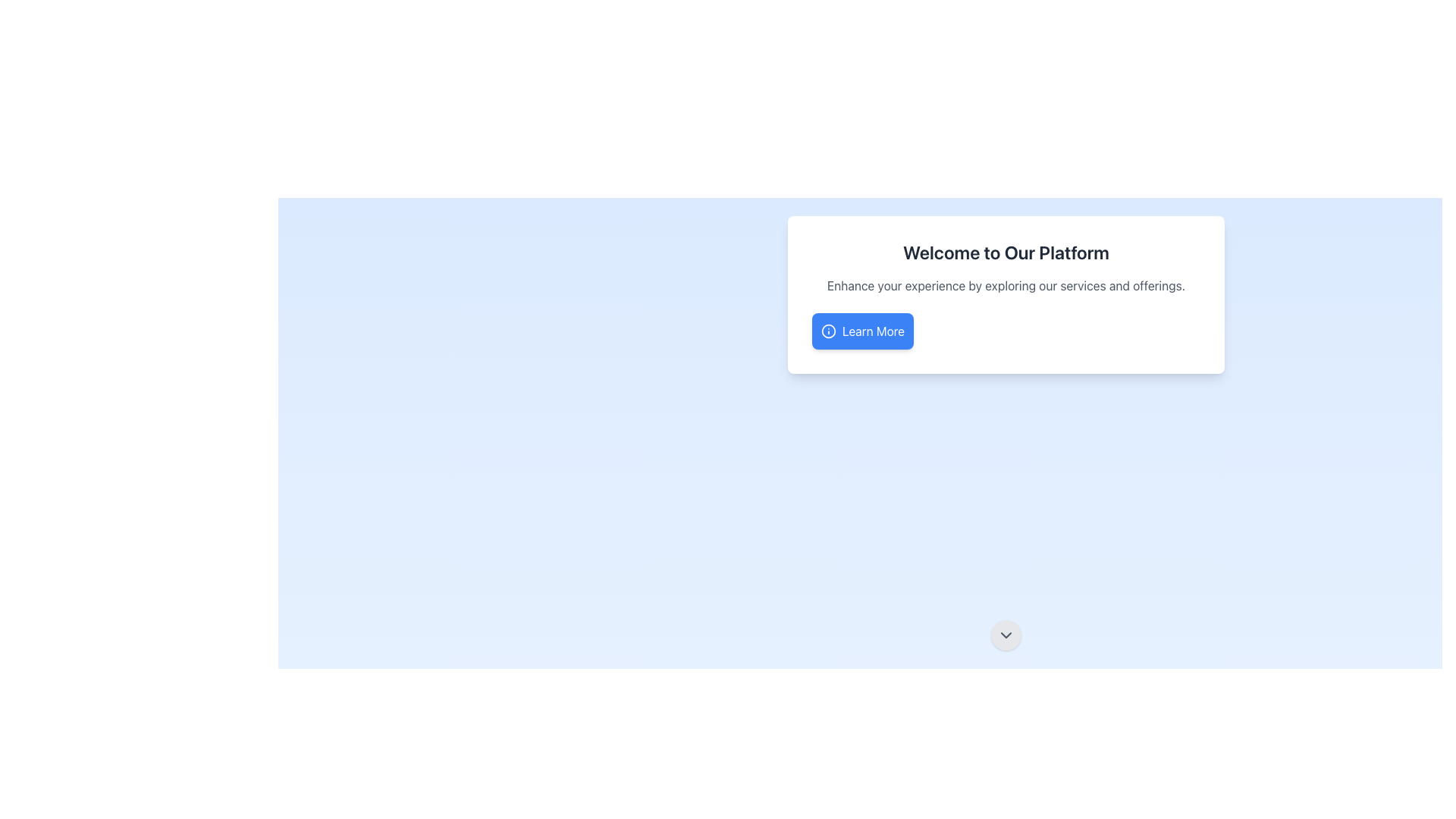 The width and height of the screenshot is (1456, 819). I want to click on the visual indicator icon located to the immediate left of the 'Learn More' text within the button at the bottom of the card titled 'Welcome to Our Platform', so click(828, 330).